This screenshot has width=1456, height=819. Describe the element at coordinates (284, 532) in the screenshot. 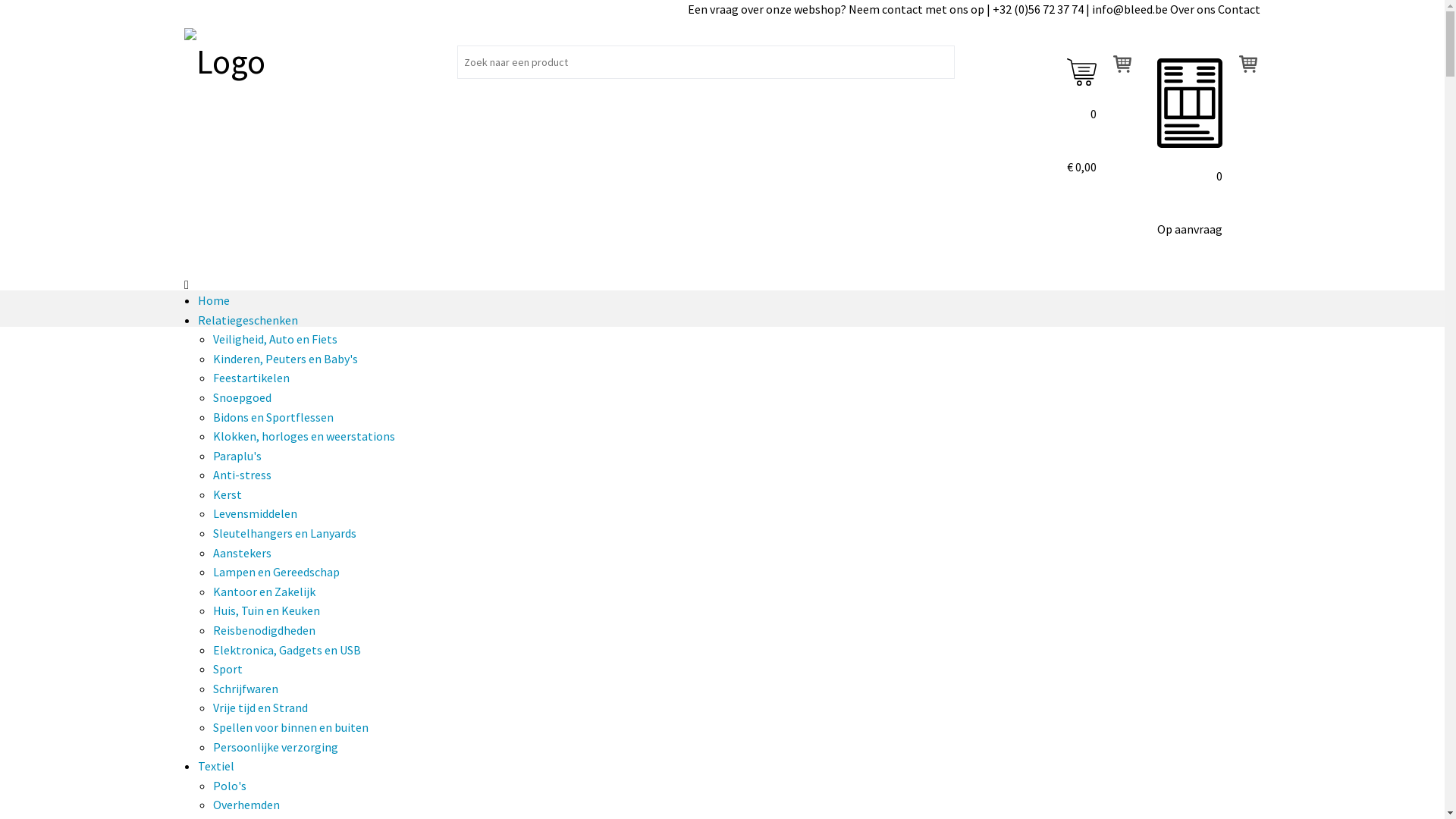

I see `'Sleutelhangers en Lanyards'` at that location.